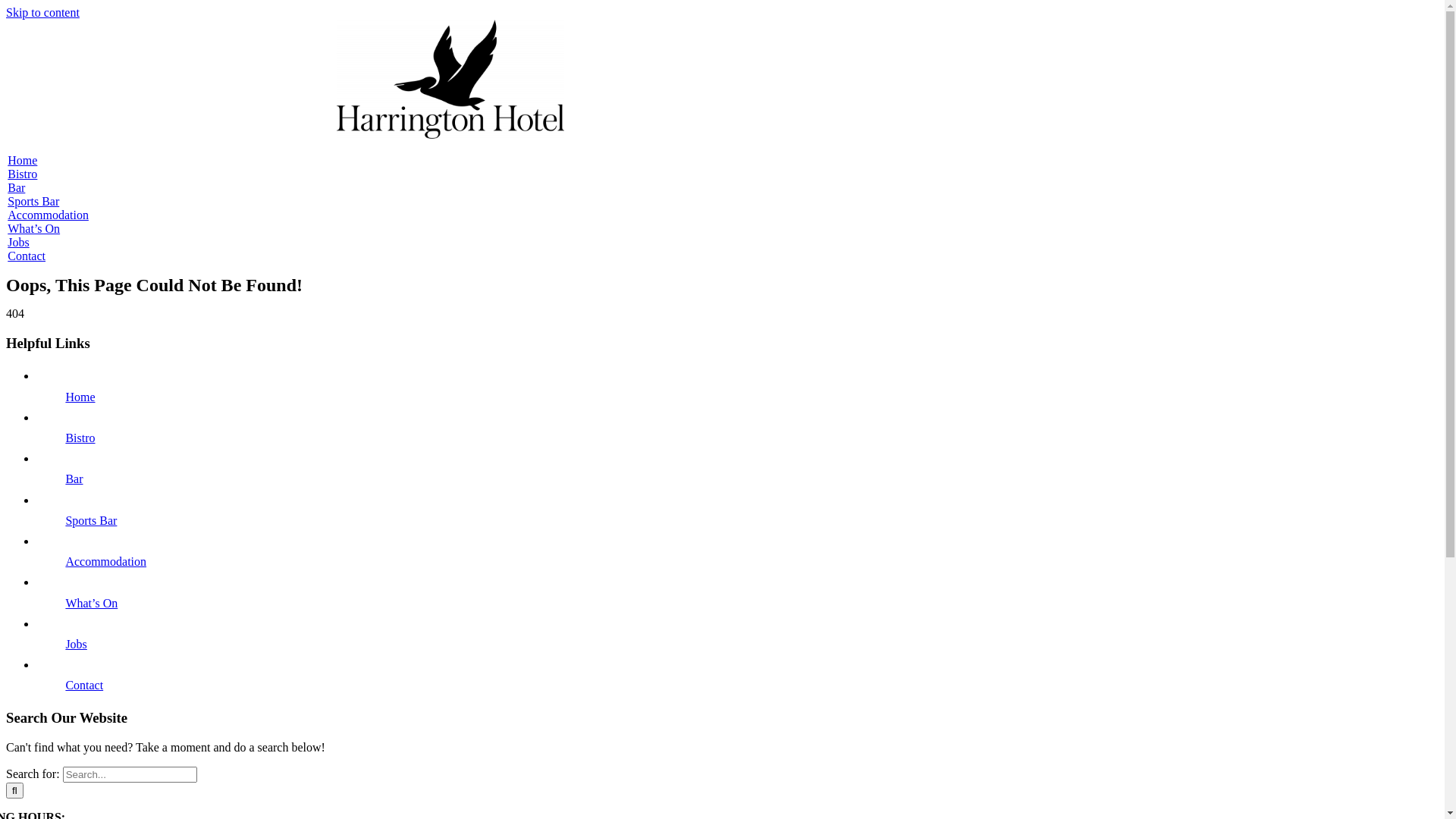  What do you see at coordinates (16, 187) in the screenshot?
I see `'Bar'` at bounding box center [16, 187].